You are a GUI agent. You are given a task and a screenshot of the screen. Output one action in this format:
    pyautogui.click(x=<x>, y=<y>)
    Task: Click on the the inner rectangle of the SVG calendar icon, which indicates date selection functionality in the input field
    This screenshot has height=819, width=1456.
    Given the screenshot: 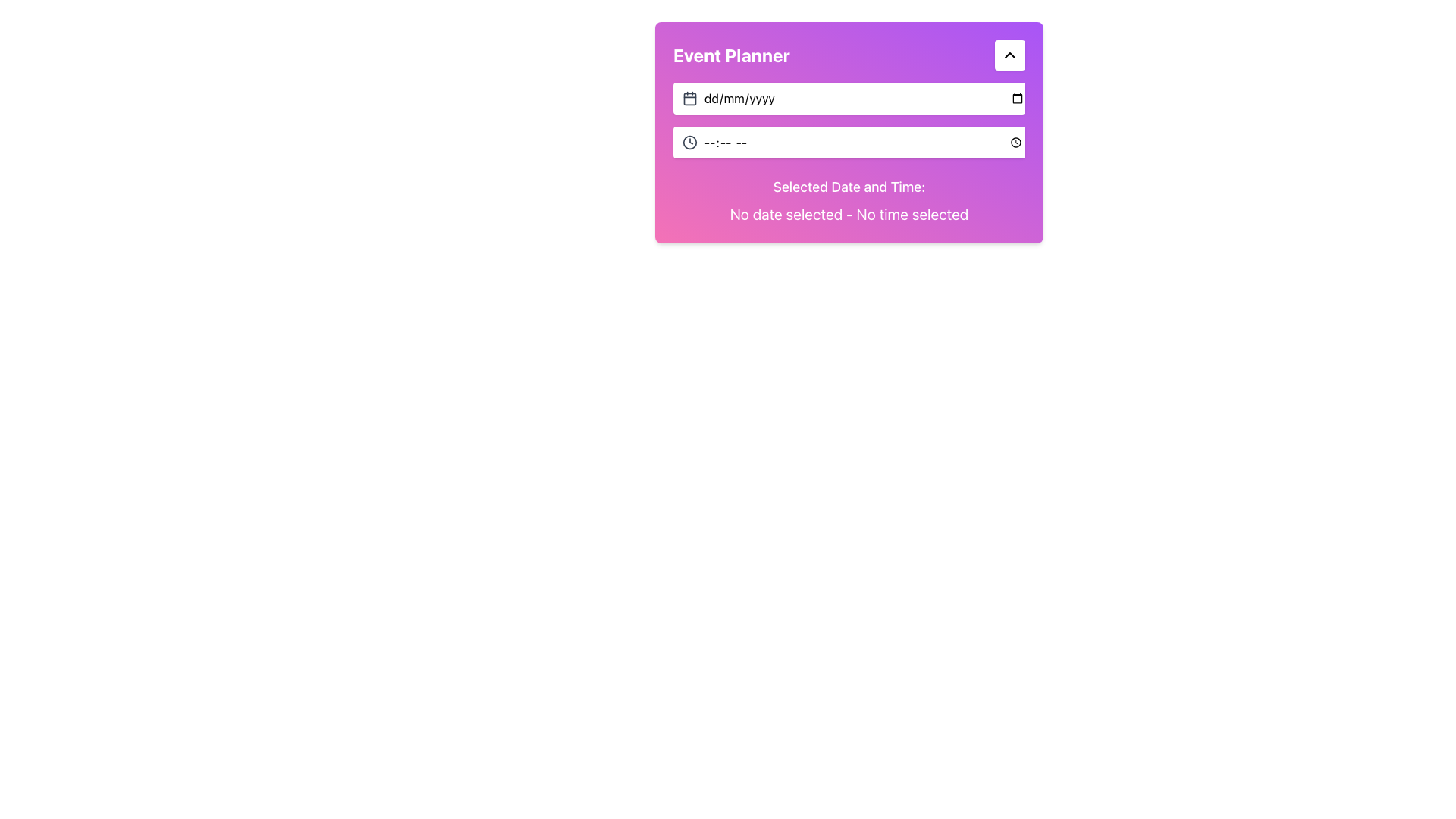 What is the action you would take?
    pyautogui.click(x=689, y=99)
    